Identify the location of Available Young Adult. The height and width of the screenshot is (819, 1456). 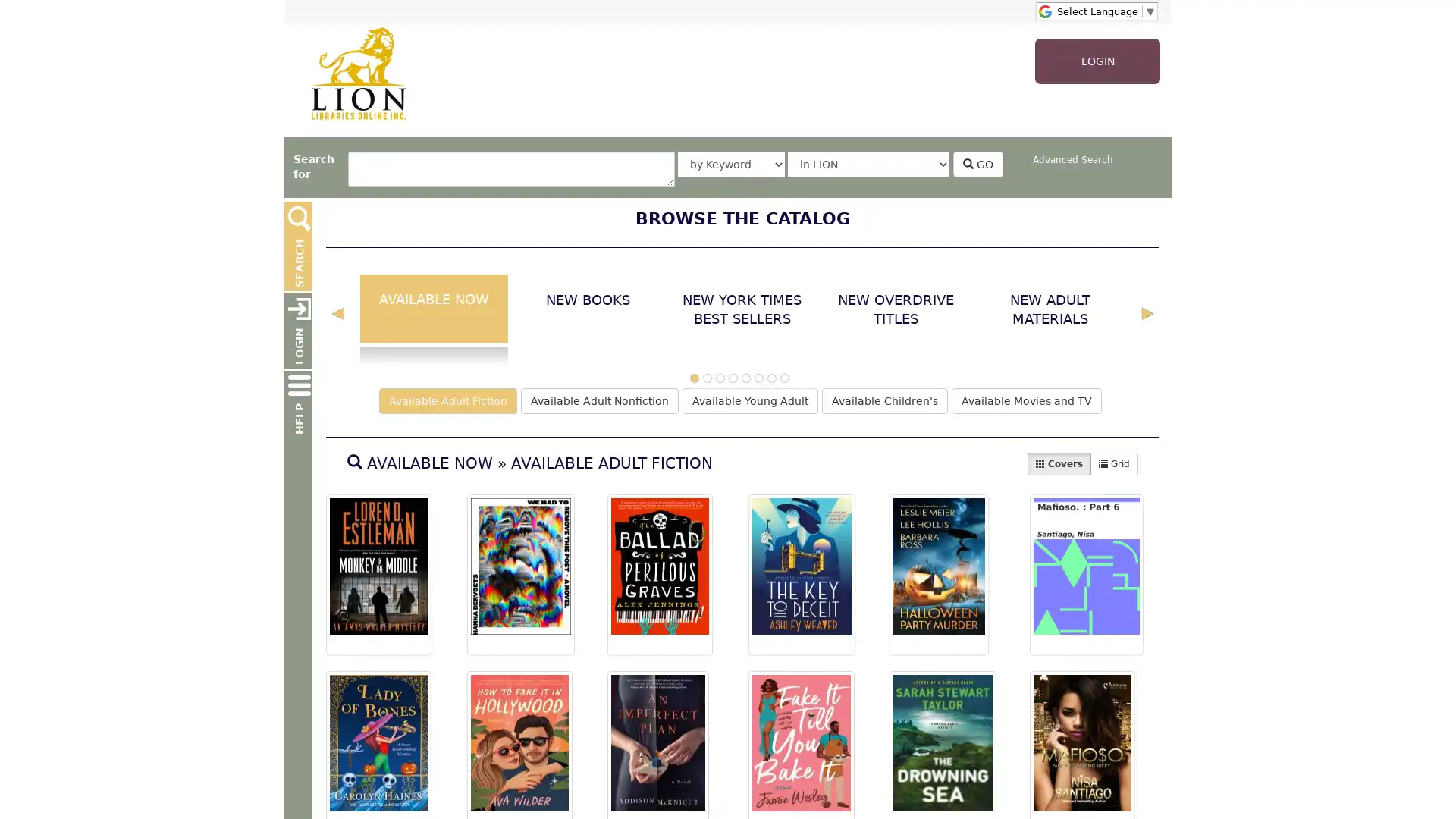
(750, 400).